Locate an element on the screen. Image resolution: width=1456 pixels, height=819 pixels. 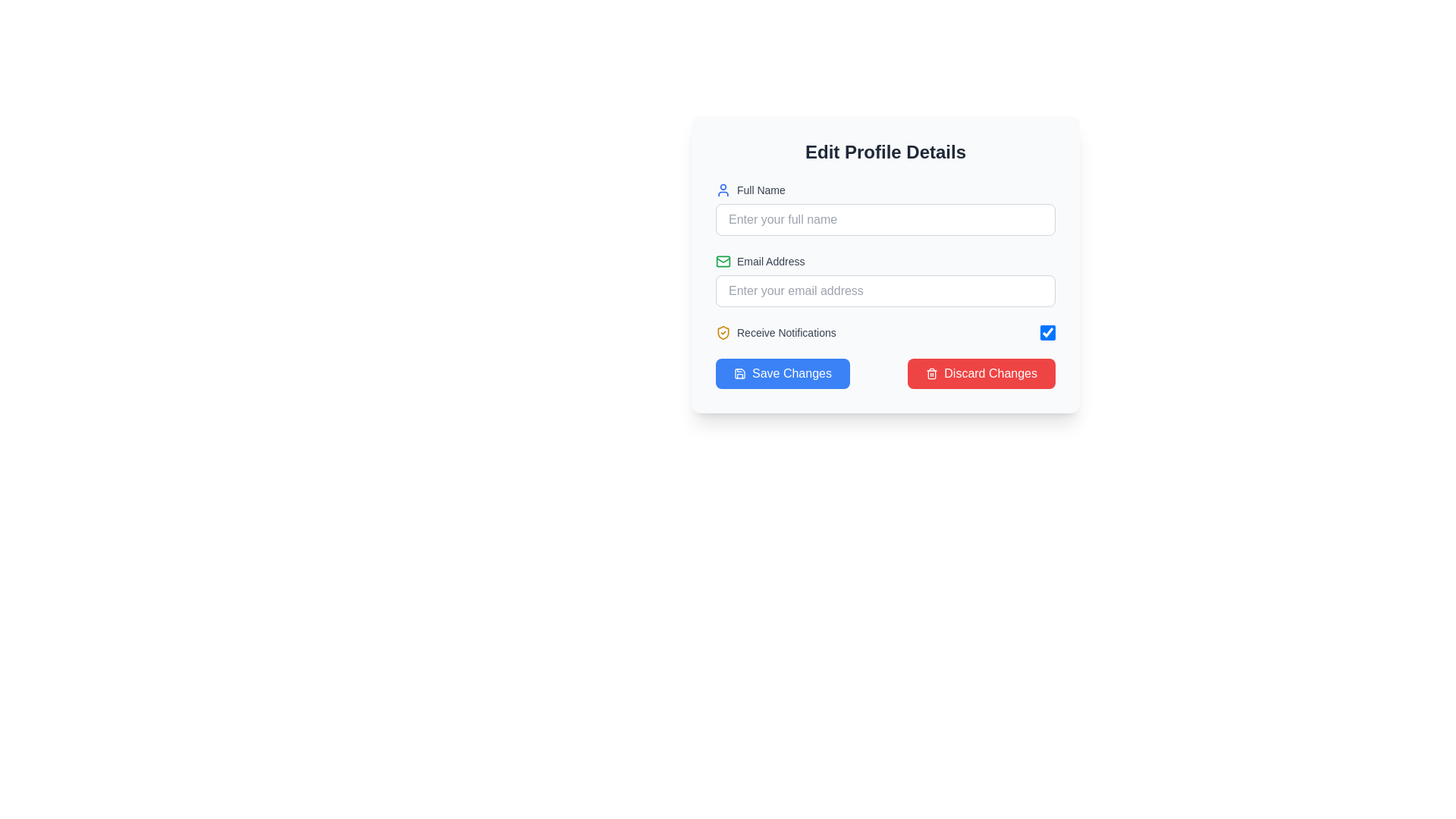
the descriptive label for the checkbox control located near the center-right of the form, underneath the 'Email Address' input field is located at coordinates (776, 332).